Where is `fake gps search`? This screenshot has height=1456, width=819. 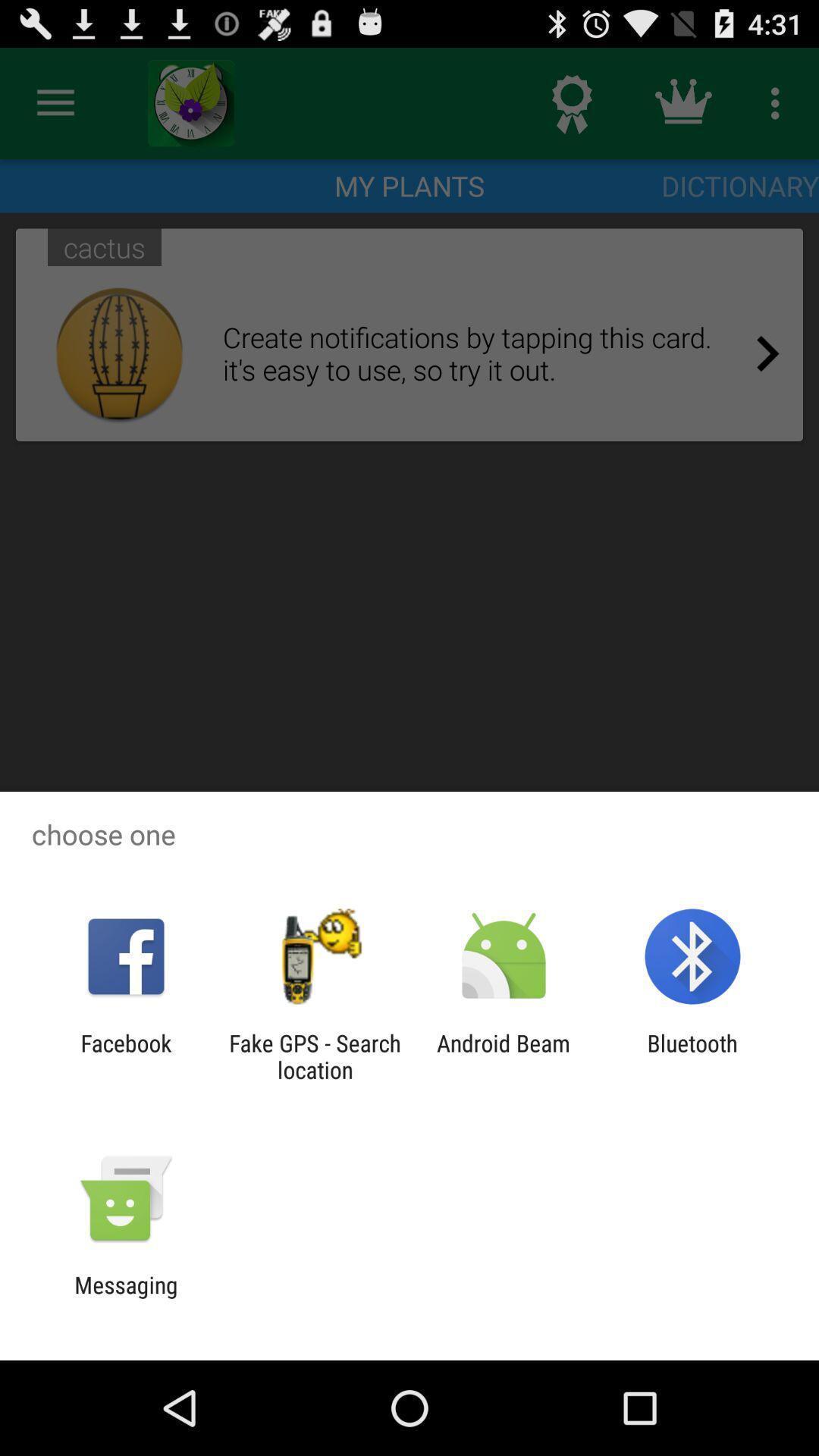 fake gps search is located at coordinates (314, 1056).